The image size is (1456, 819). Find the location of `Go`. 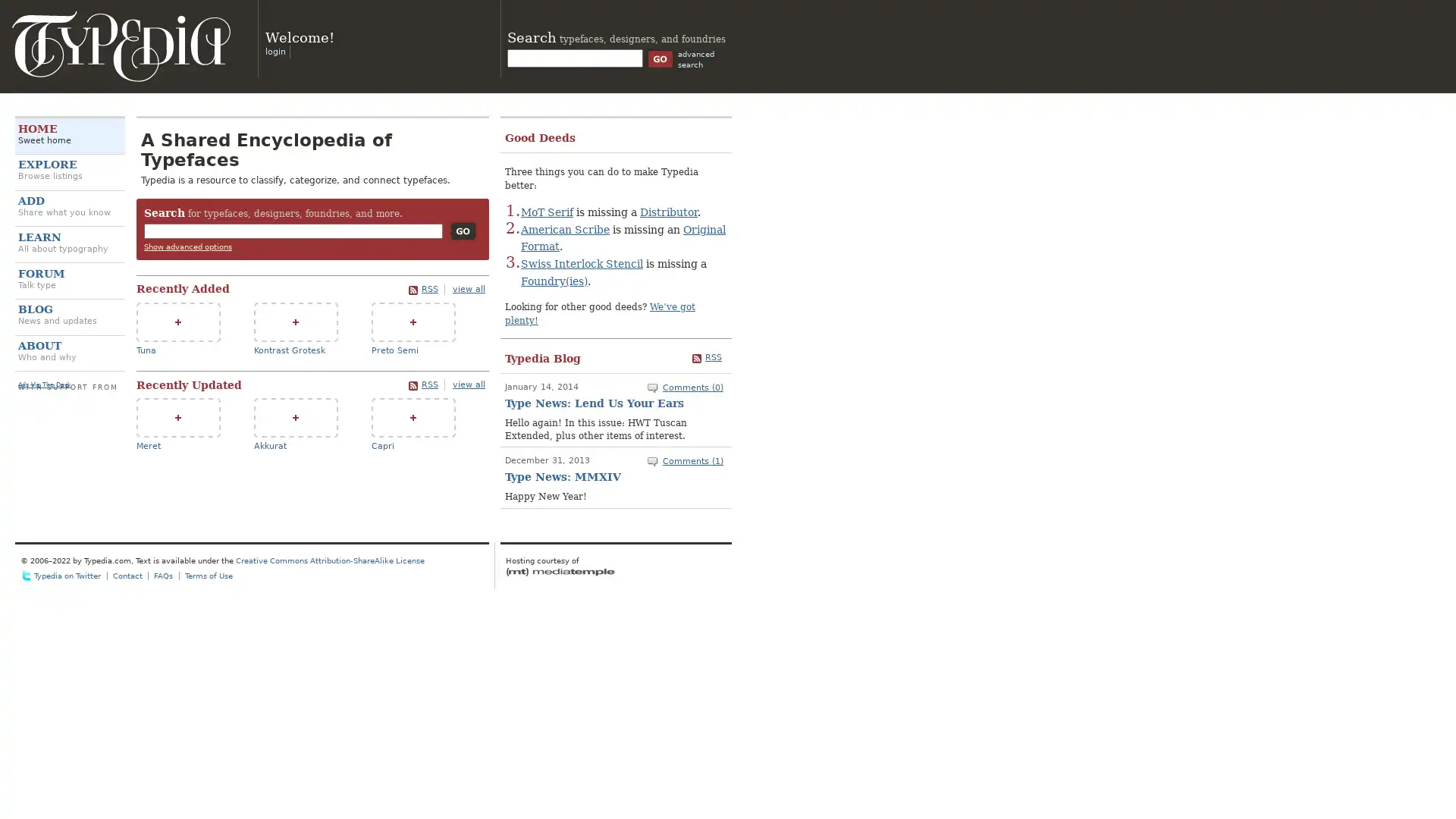

Go is located at coordinates (462, 231).